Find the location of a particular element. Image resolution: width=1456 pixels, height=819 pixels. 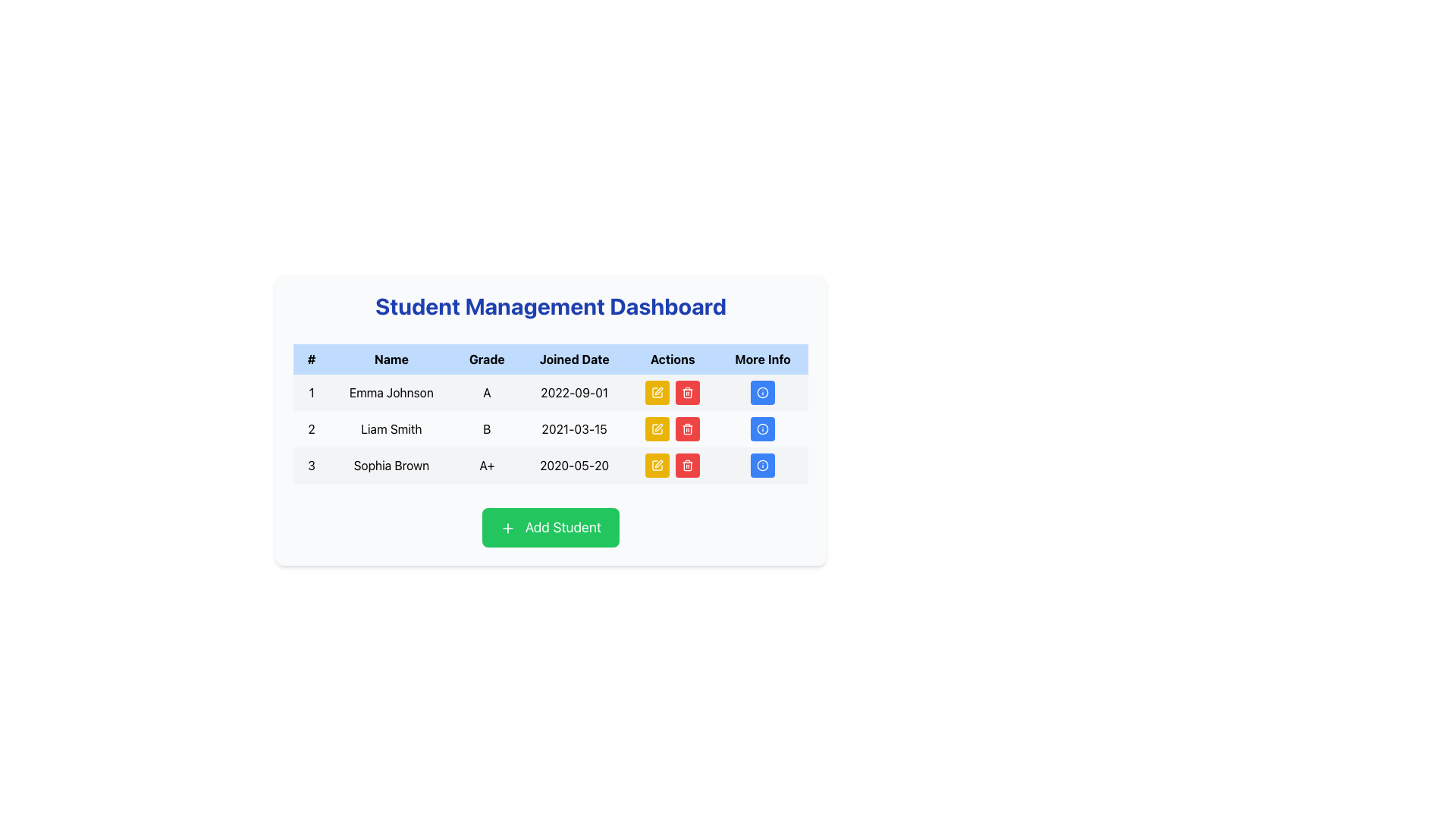

the 'edit' button icon represented by a pen graphic is located at coordinates (659, 427).